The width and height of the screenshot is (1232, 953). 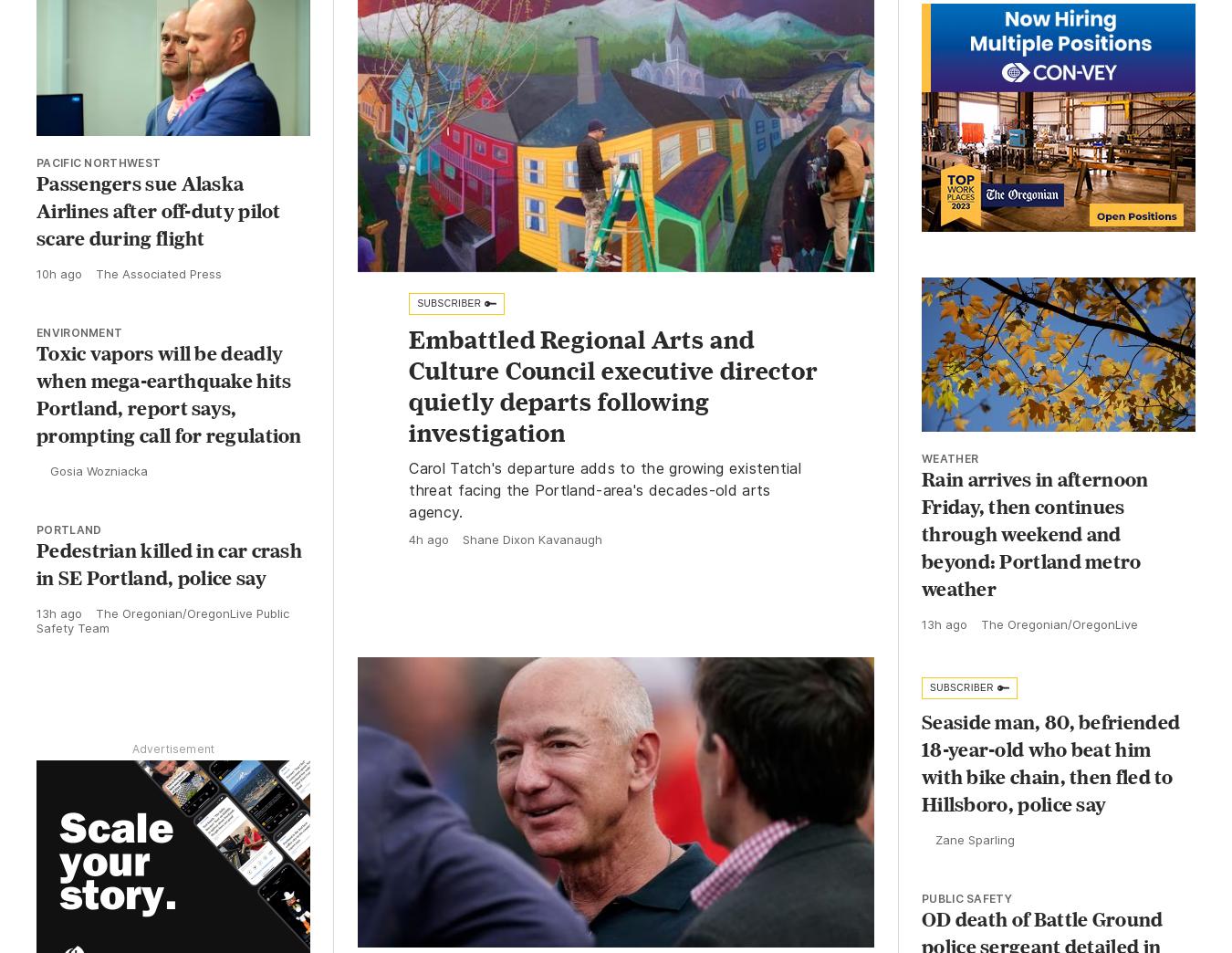 What do you see at coordinates (162, 619) in the screenshot?
I see `'The Oregonian/OregonLive Public Safety Team'` at bounding box center [162, 619].